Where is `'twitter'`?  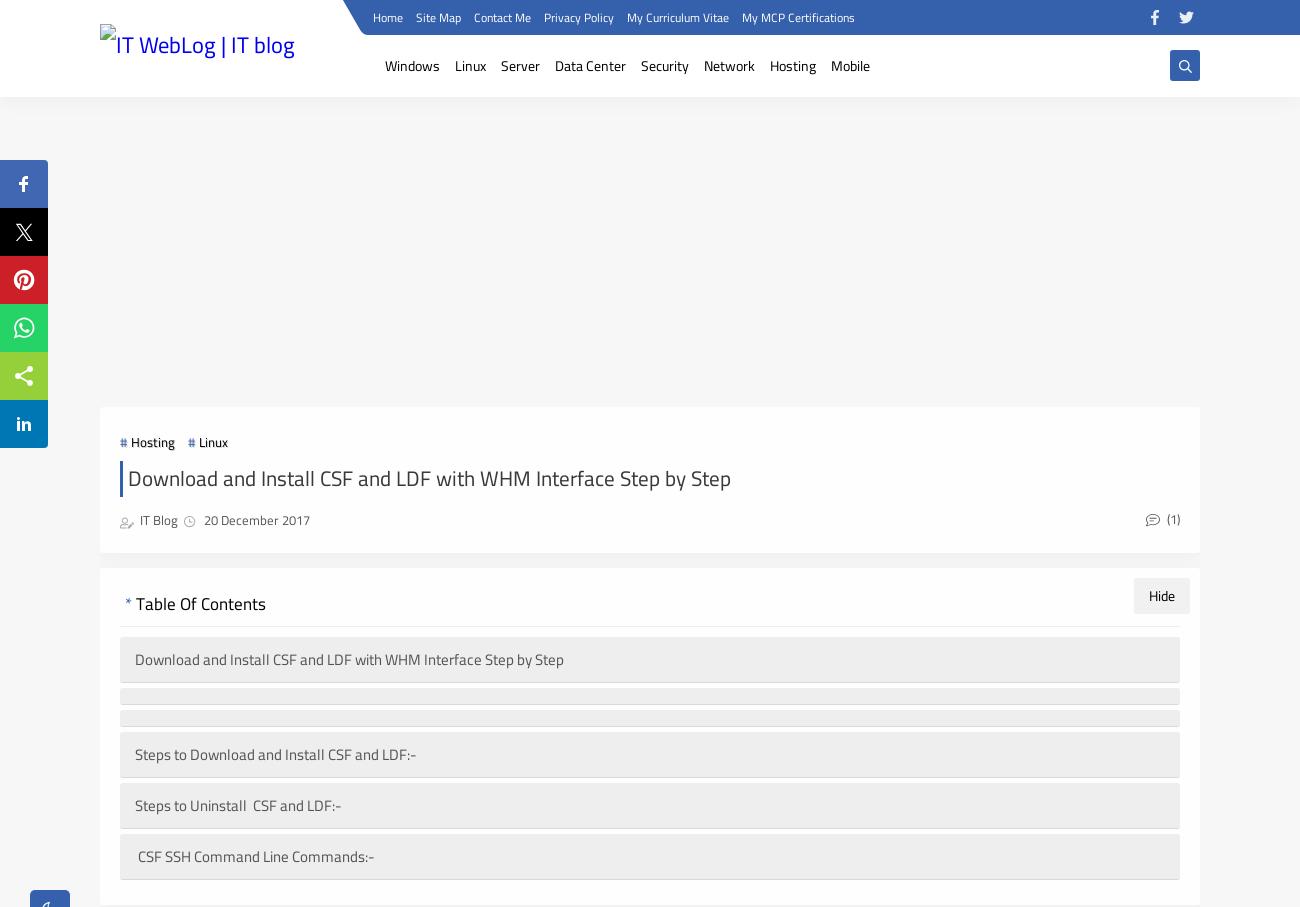 'twitter' is located at coordinates (468, 815).